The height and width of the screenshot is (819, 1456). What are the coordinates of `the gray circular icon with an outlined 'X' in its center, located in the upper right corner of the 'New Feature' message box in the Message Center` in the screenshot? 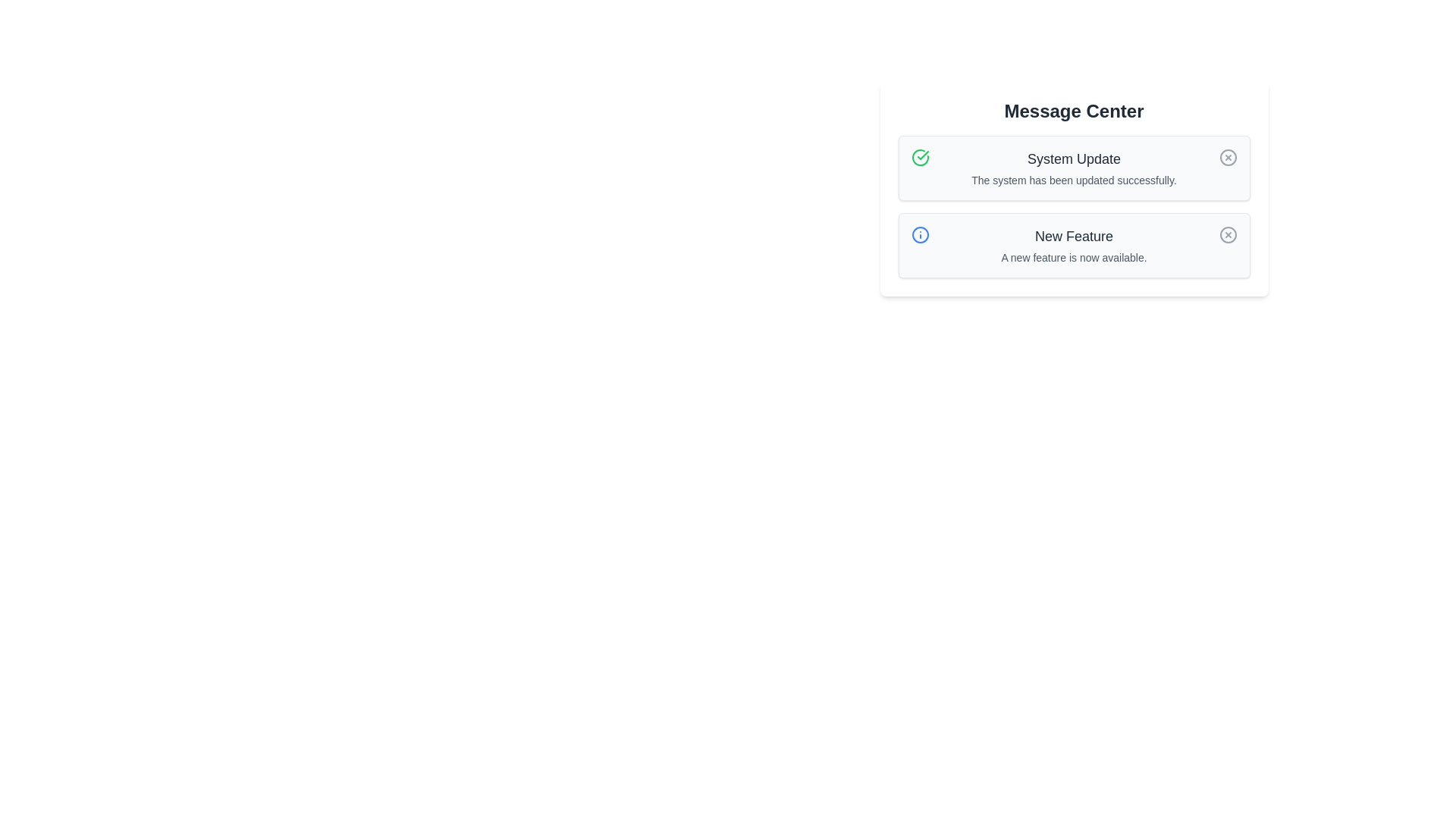 It's located at (1228, 234).